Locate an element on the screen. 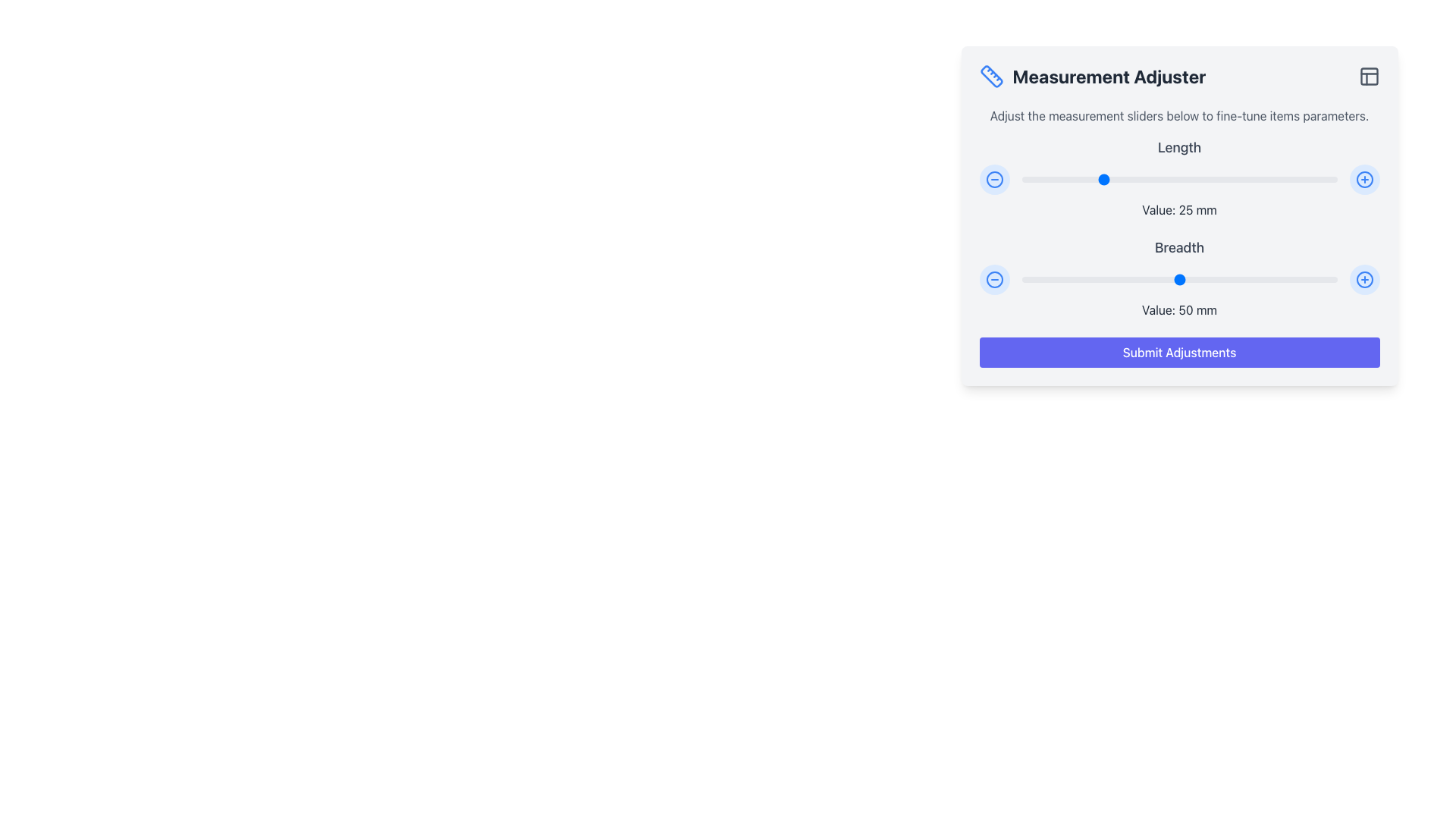  the length value is located at coordinates (1094, 178).